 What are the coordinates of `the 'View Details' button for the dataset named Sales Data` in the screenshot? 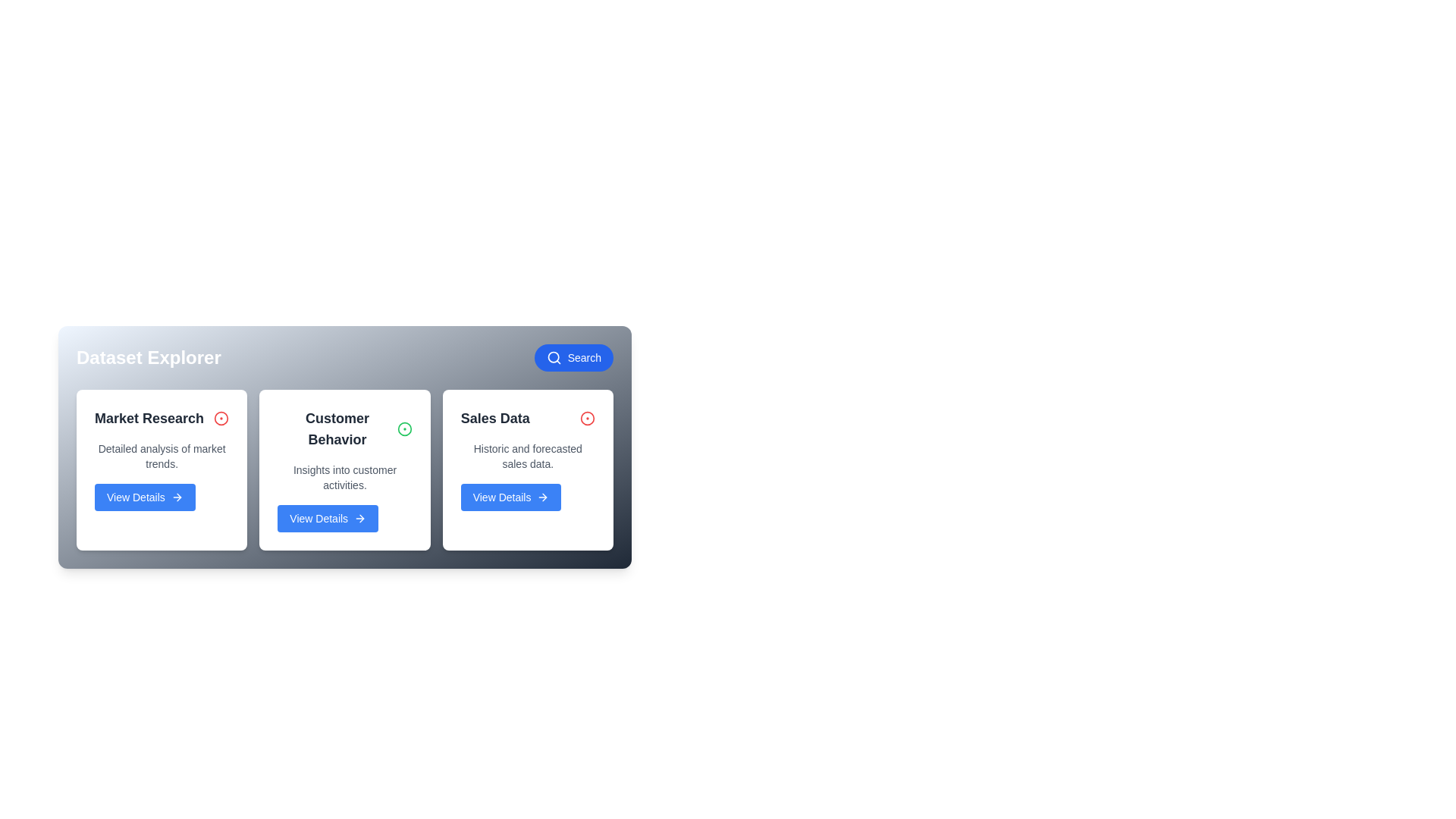 It's located at (510, 497).